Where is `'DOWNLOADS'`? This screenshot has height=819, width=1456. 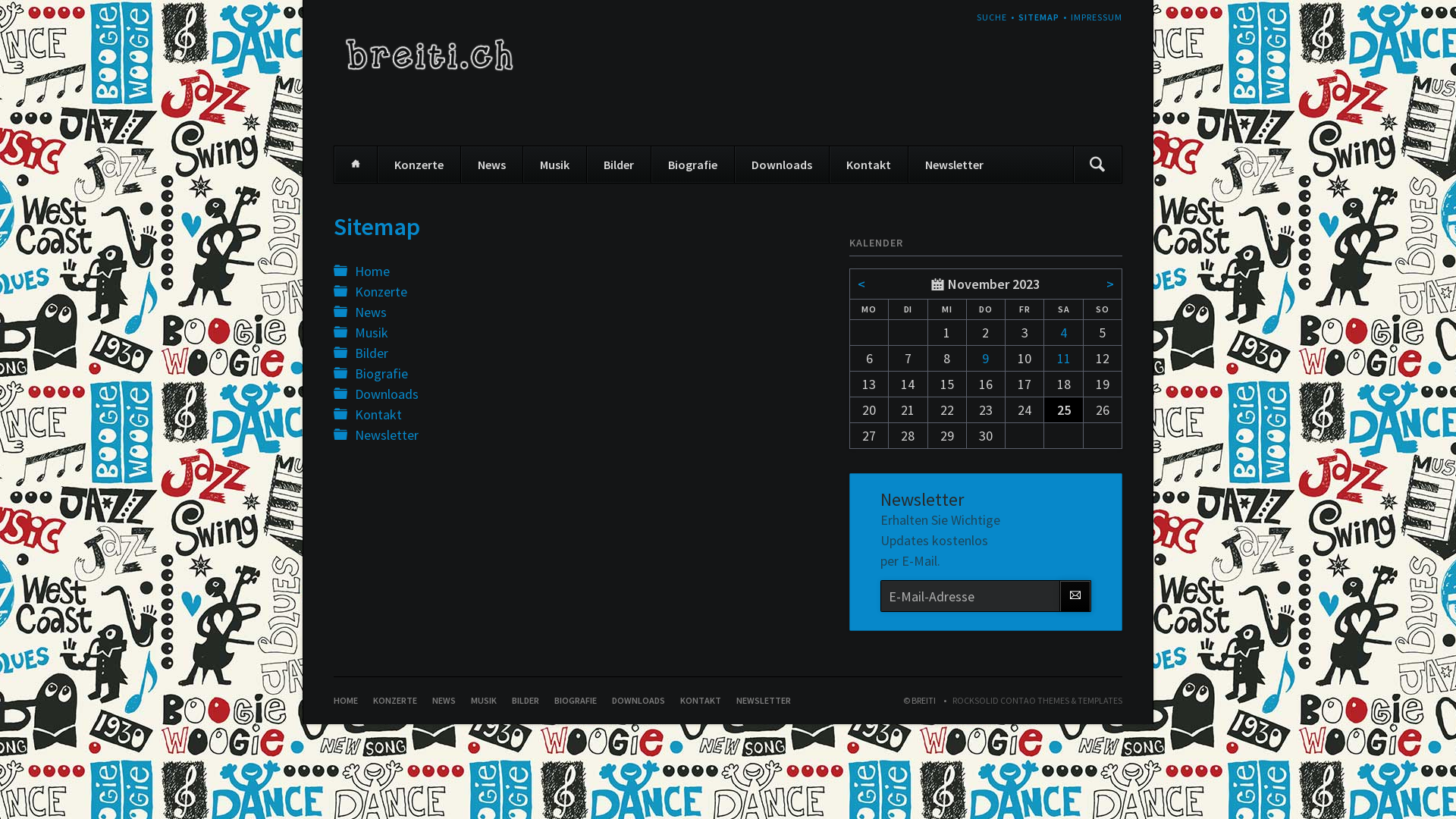 'DOWNLOADS' is located at coordinates (638, 700).